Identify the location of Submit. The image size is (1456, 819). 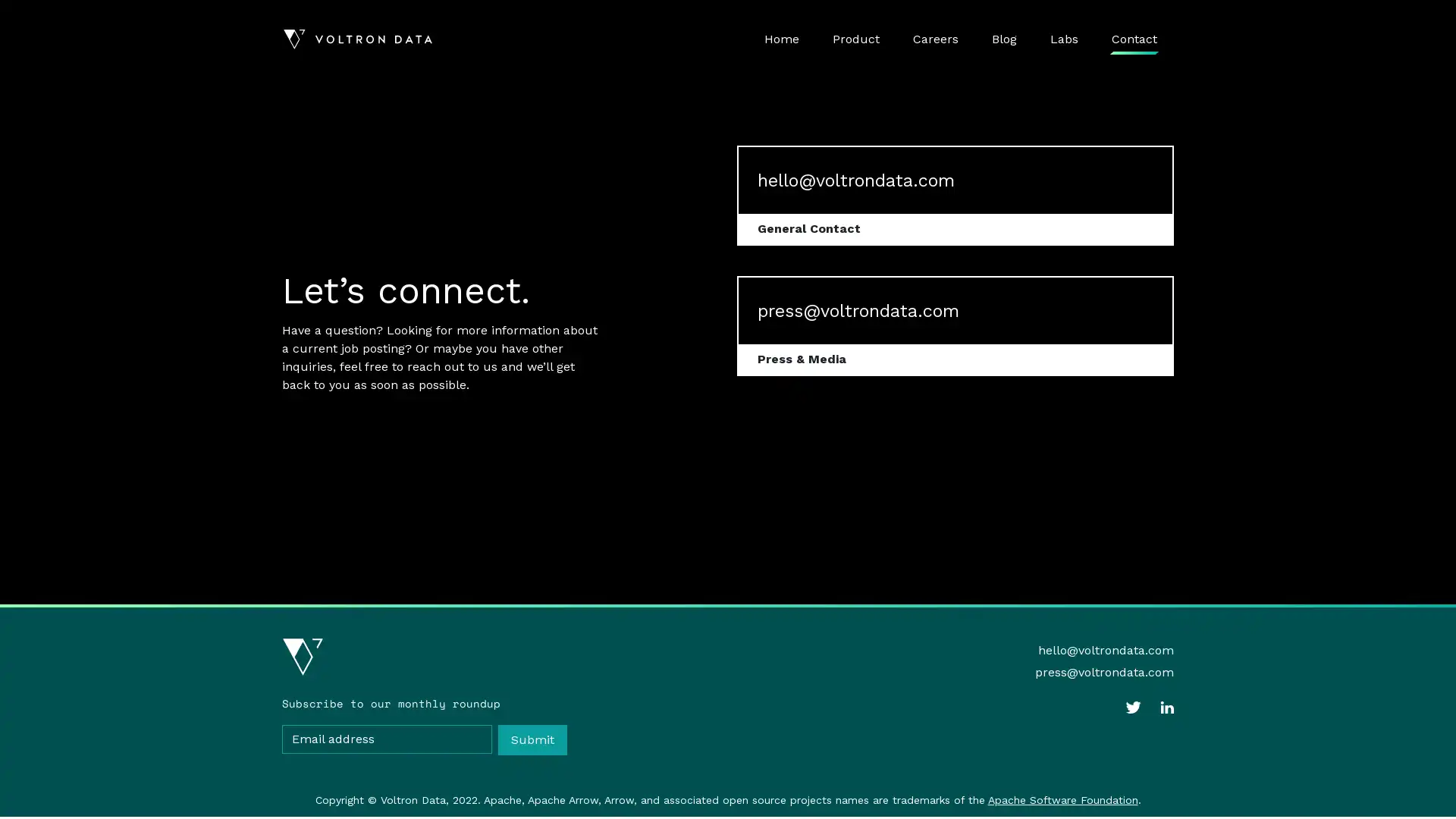
(532, 739).